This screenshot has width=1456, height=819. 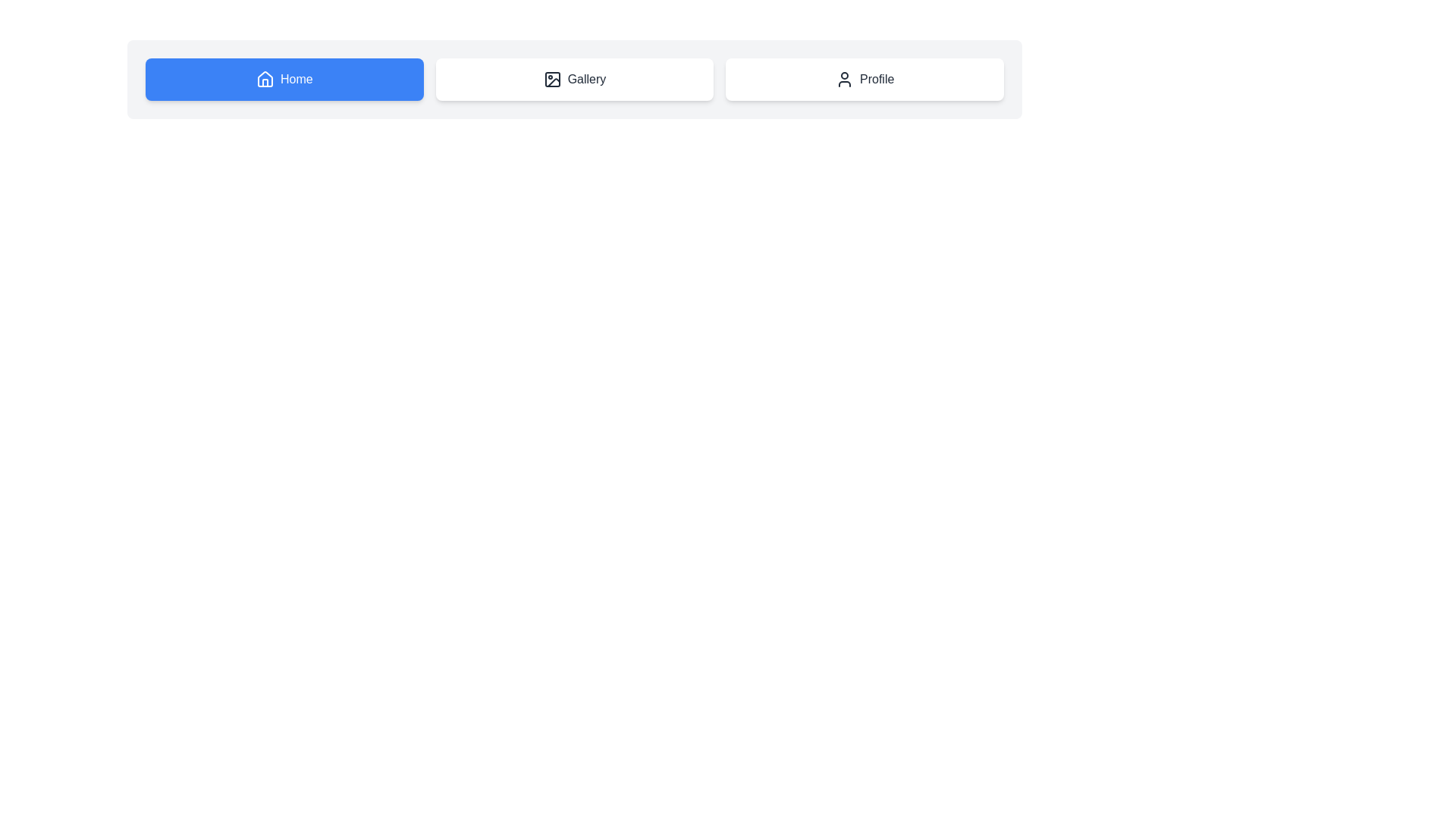 I want to click on the 'Gallery' button to navigate to the Gallery section, so click(x=574, y=79).